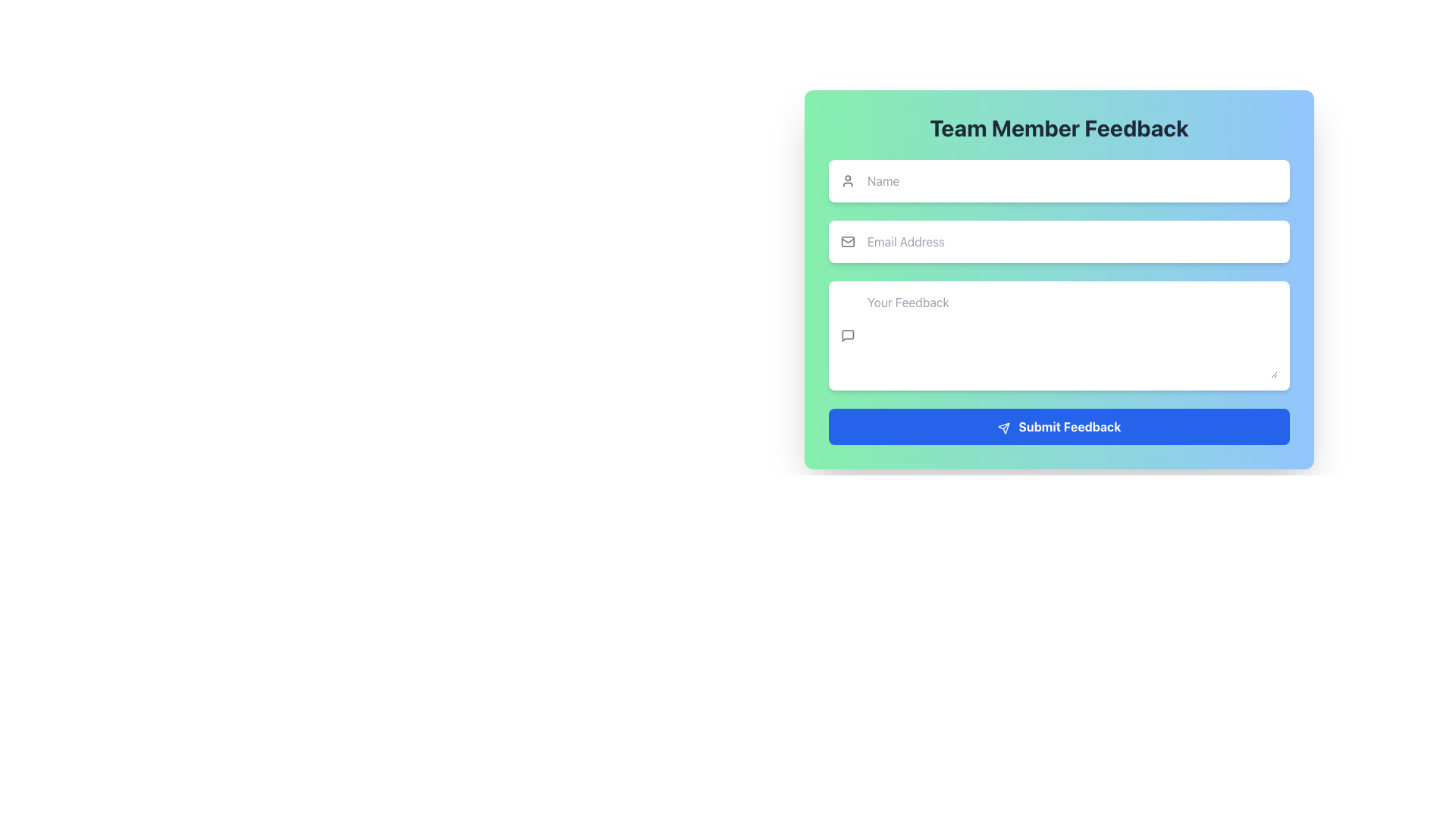 This screenshot has height=819, width=1456. I want to click on the SVG icon resembling a square speech bubble located towards the left end of the 'Your Feedback' placeholder area, so click(847, 335).